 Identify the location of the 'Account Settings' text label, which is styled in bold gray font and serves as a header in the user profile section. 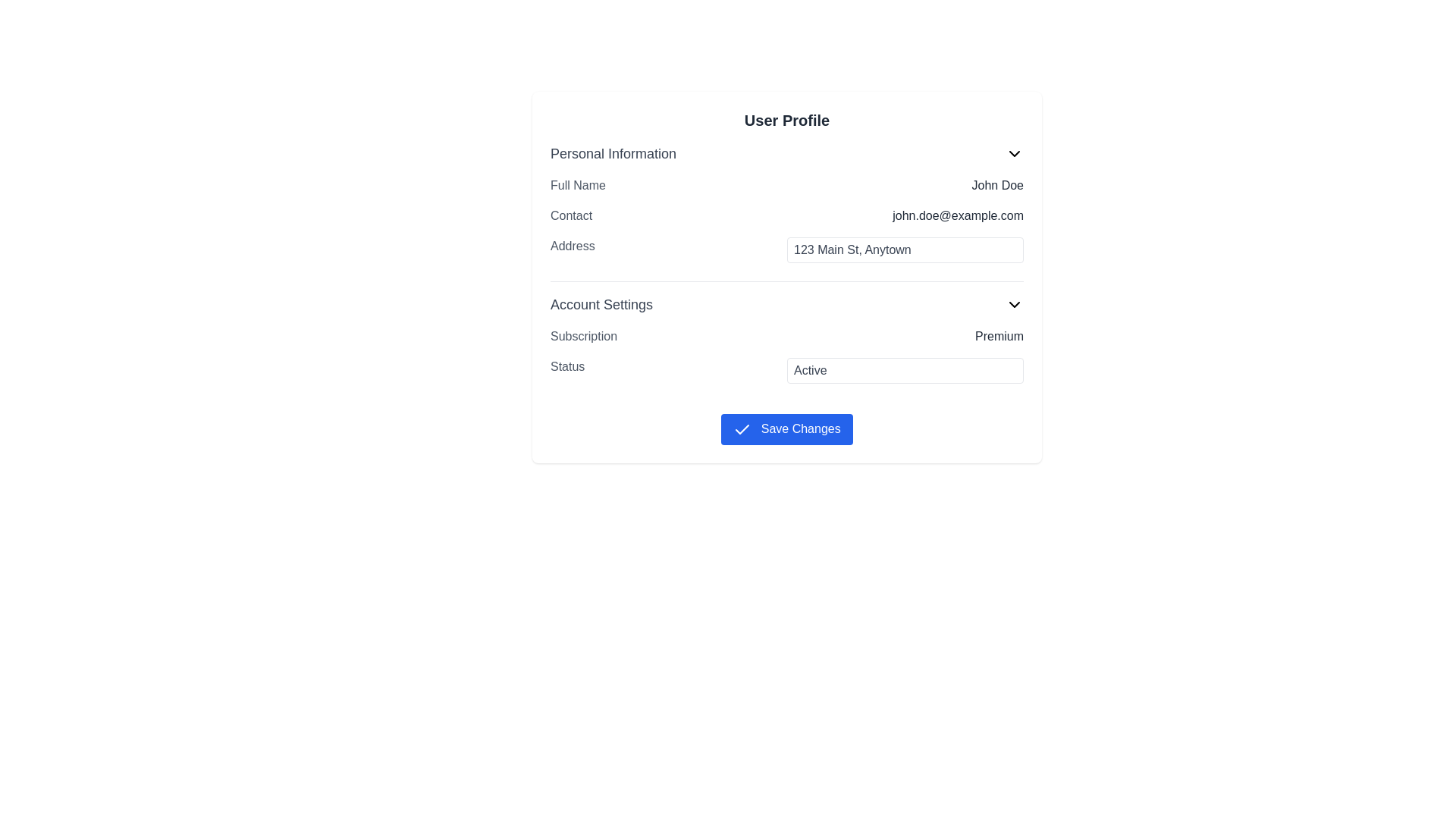
(601, 304).